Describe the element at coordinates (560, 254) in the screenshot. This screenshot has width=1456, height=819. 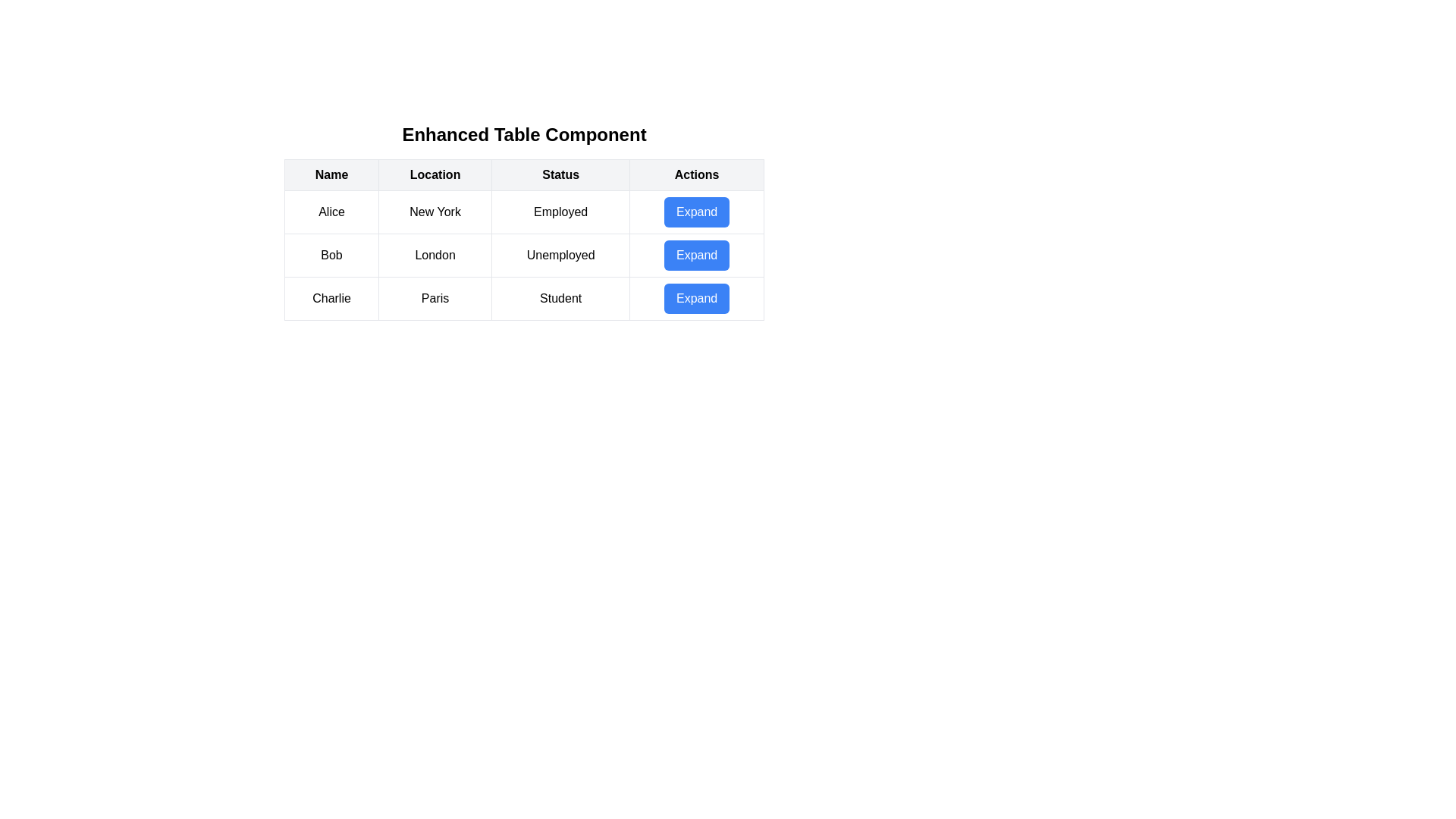
I see `the static text element displaying 'Unemployed' in the second row of the 'Status' column of the table` at that location.